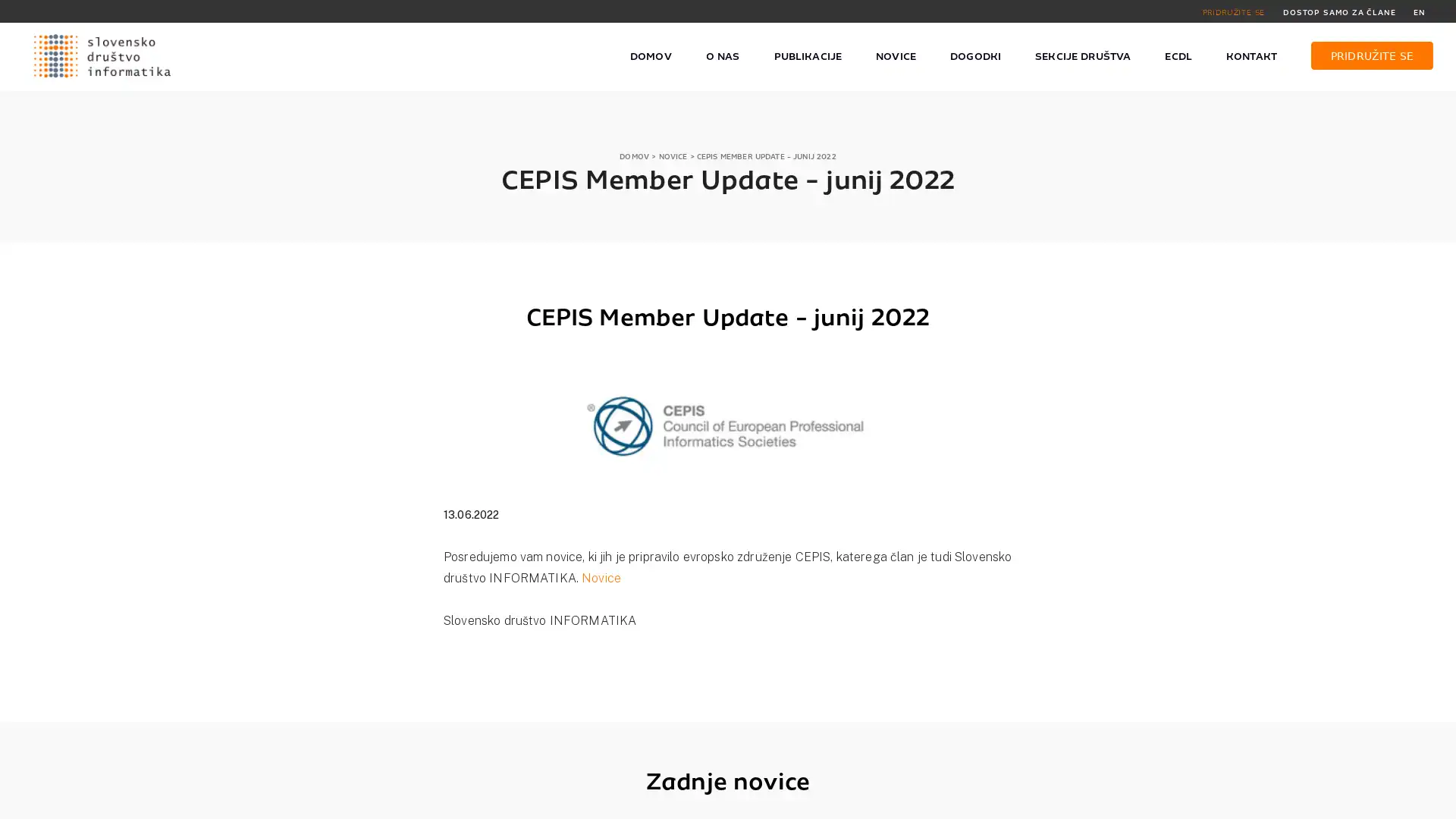 The height and width of the screenshot is (819, 1456). What do you see at coordinates (975, 799) in the screenshot?
I see `Sprejmi piskotke` at bounding box center [975, 799].